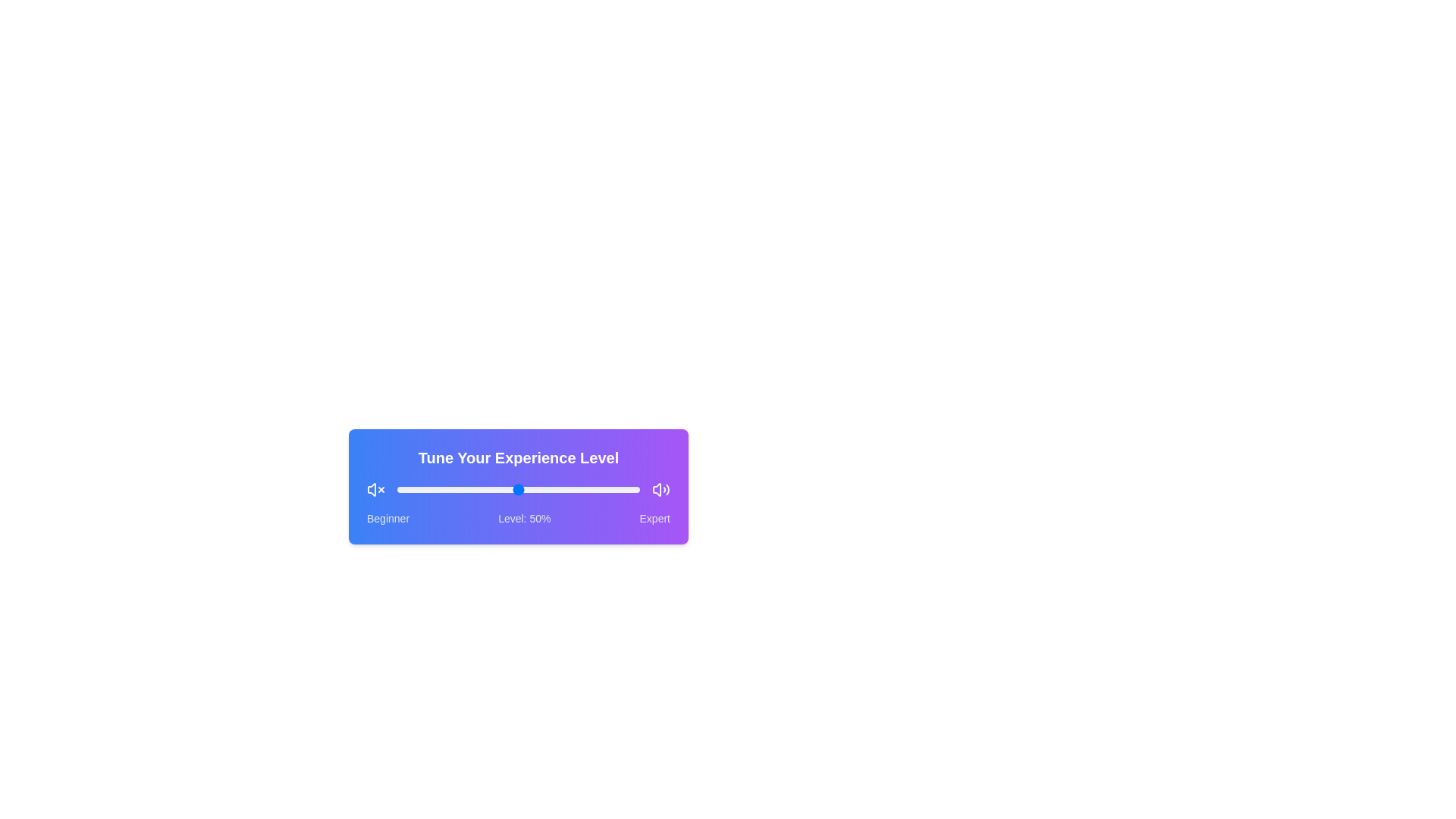 The width and height of the screenshot is (1456, 819). Describe the element at coordinates (661, 489) in the screenshot. I see `the speaker icon on the right of the slider` at that location.